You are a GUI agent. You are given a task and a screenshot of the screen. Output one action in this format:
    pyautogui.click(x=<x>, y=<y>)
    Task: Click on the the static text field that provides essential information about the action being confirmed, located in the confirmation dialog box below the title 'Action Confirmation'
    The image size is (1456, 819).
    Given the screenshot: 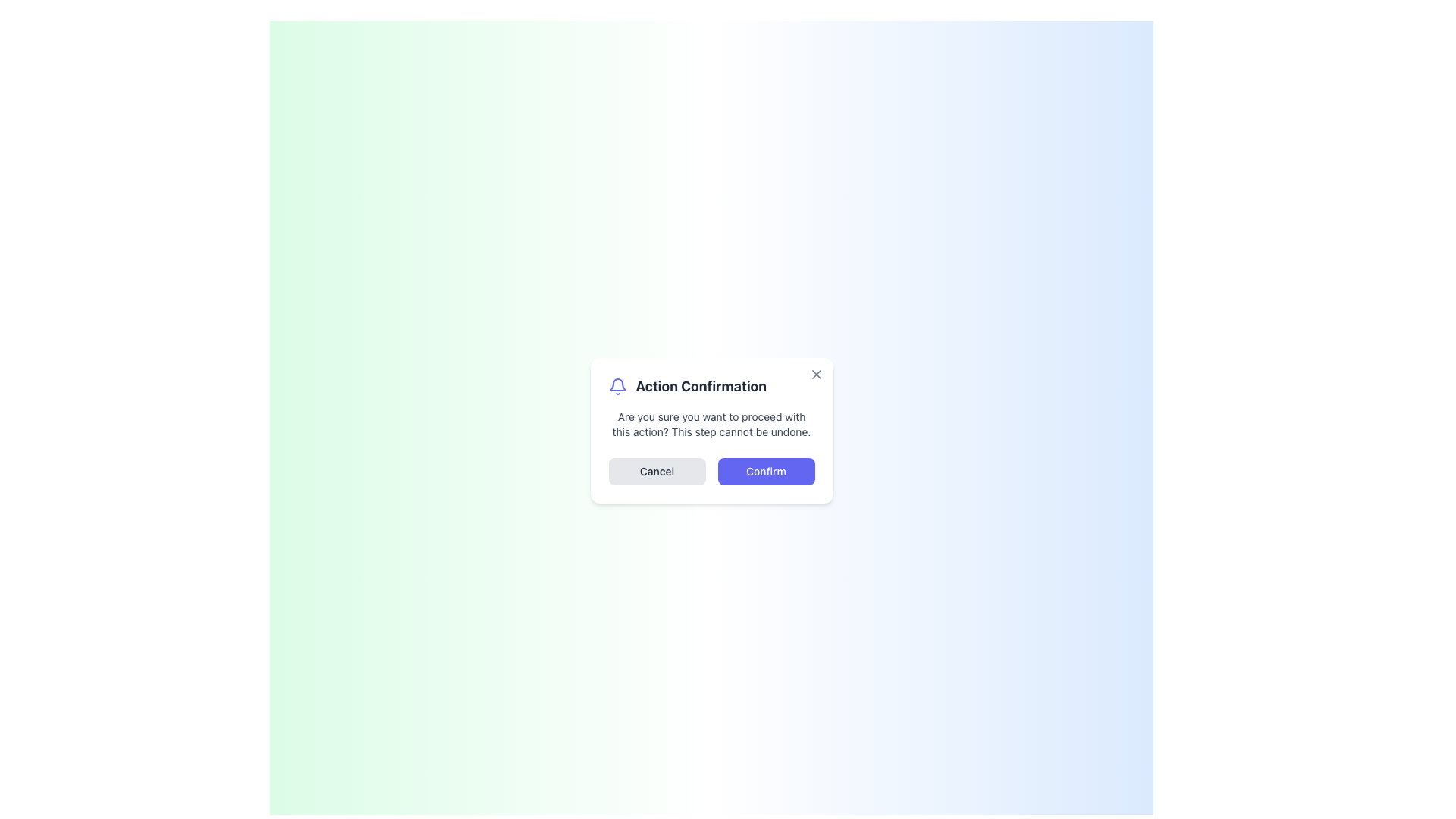 What is the action you would take?
    pyautogui.click(x=711, y=424)
    